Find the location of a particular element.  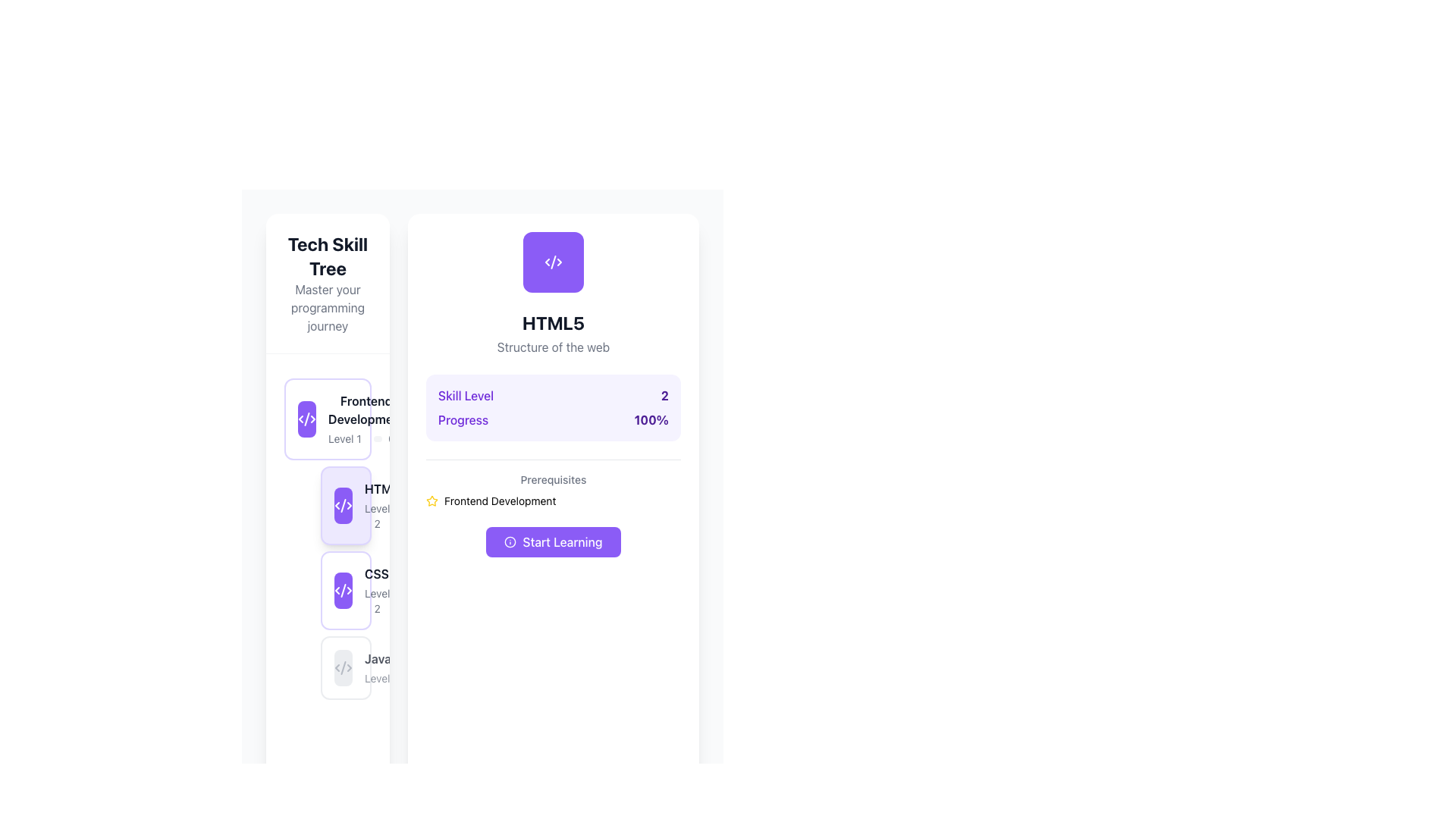

the Skill card for 'HTML5', which is the second item in the vertical list of skill cards is located at coordinates (345, 506).